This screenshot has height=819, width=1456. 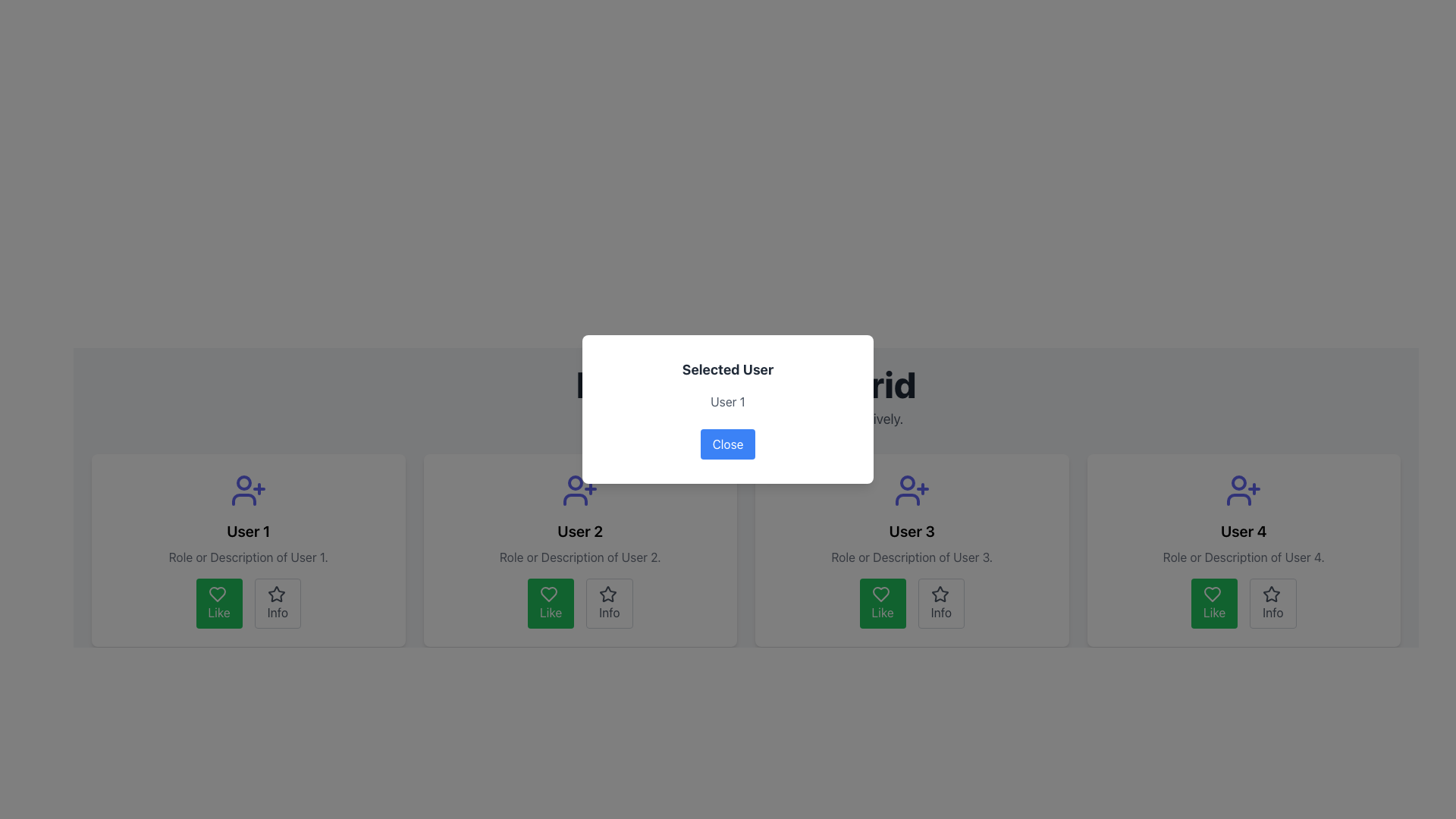 What do you see at coordinates (248, 491) in the screenshot?
I see `the addition icon located at the top-center part of the card for 'User 1', which is above the username and description text` at bounding box center [248, 491].